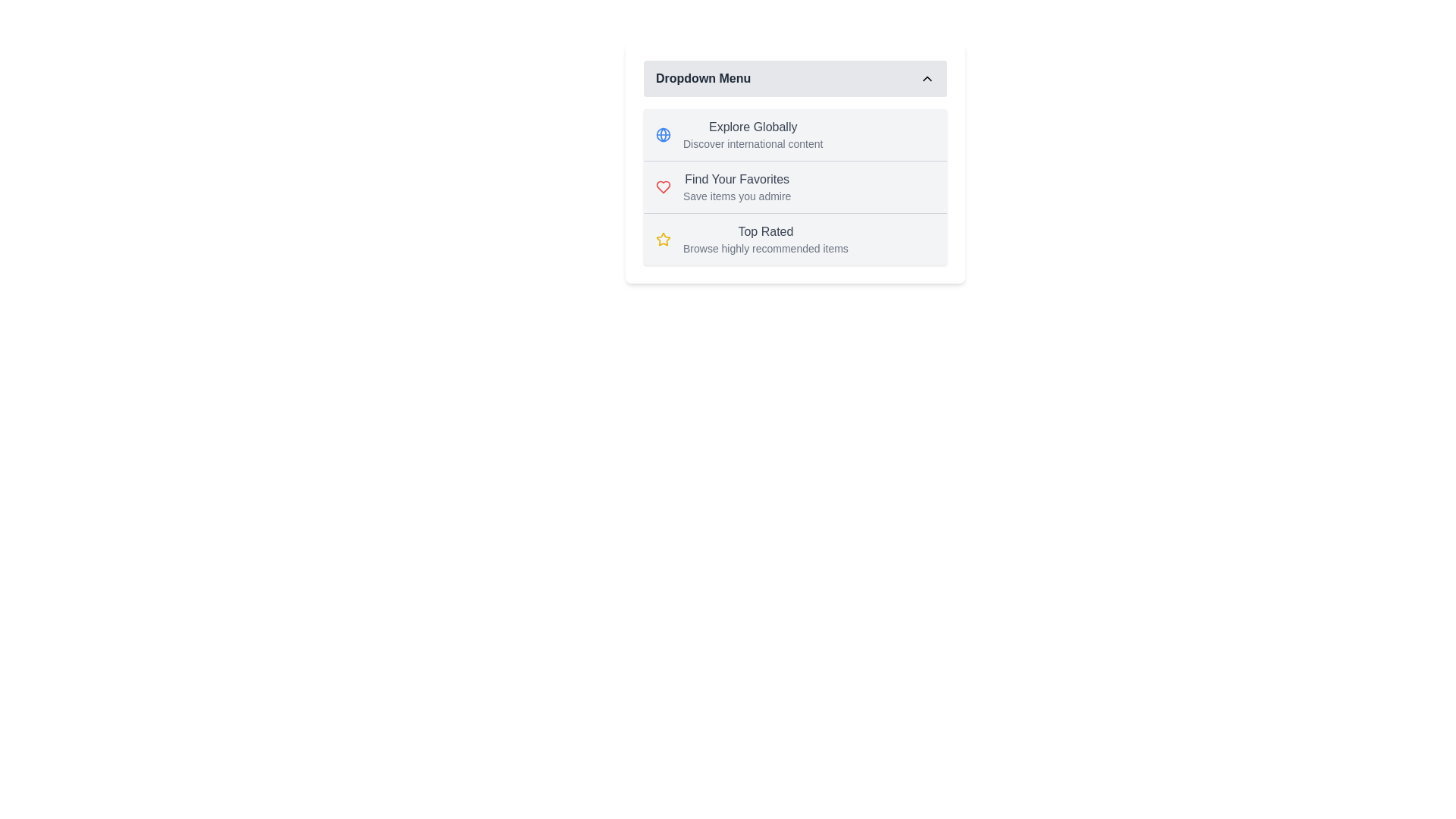 The image size is (1456, 819). What do you see at coordinates (795, 186) in the screenshot?
I see `the second interactive button in the dropdown menu that serves as an option selector for saving or marking favorite items` at bounding box center [795, 186].